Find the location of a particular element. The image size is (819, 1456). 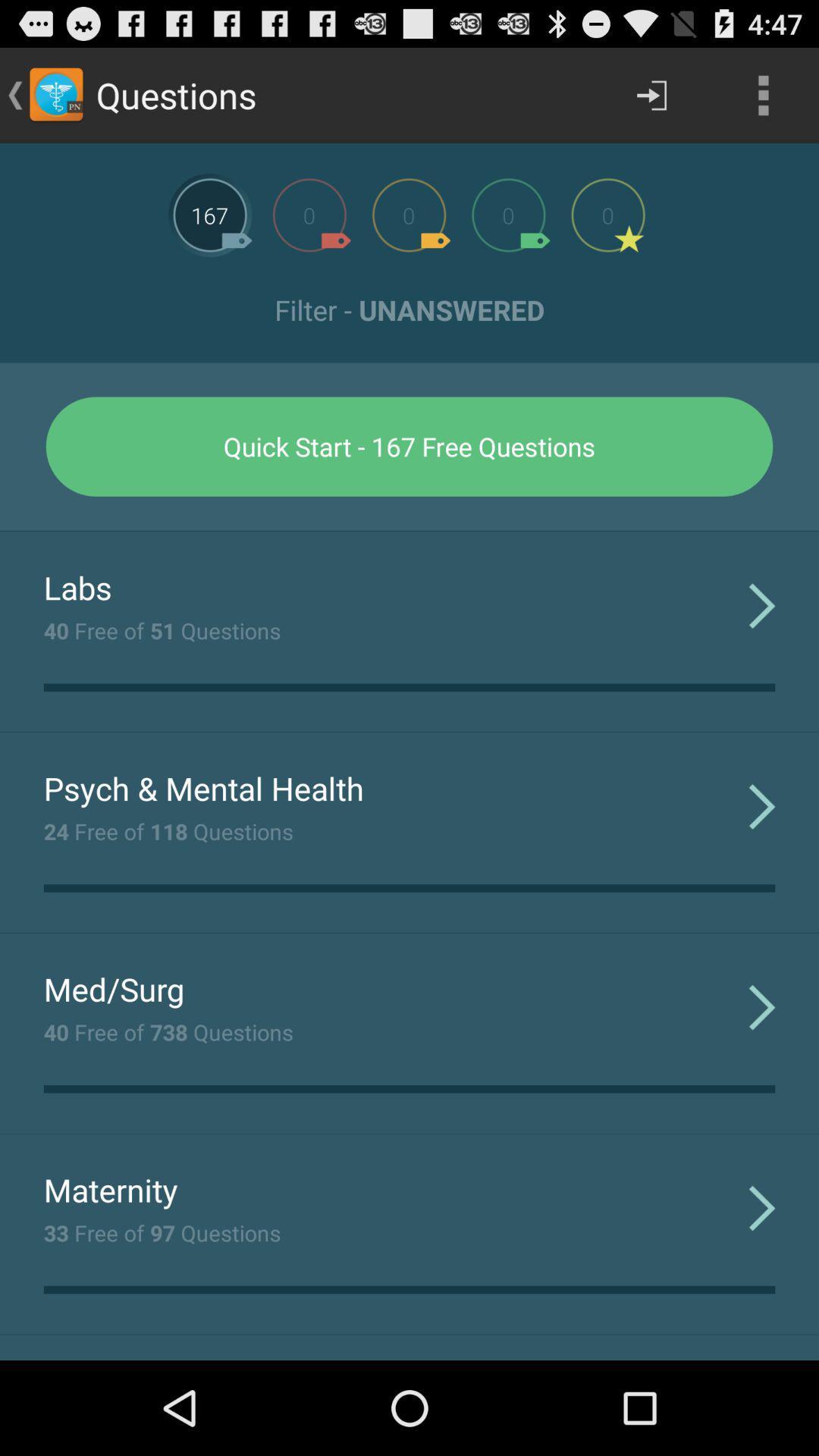

icon to the right of 40 free of icon is located at coordinates (762, 604).